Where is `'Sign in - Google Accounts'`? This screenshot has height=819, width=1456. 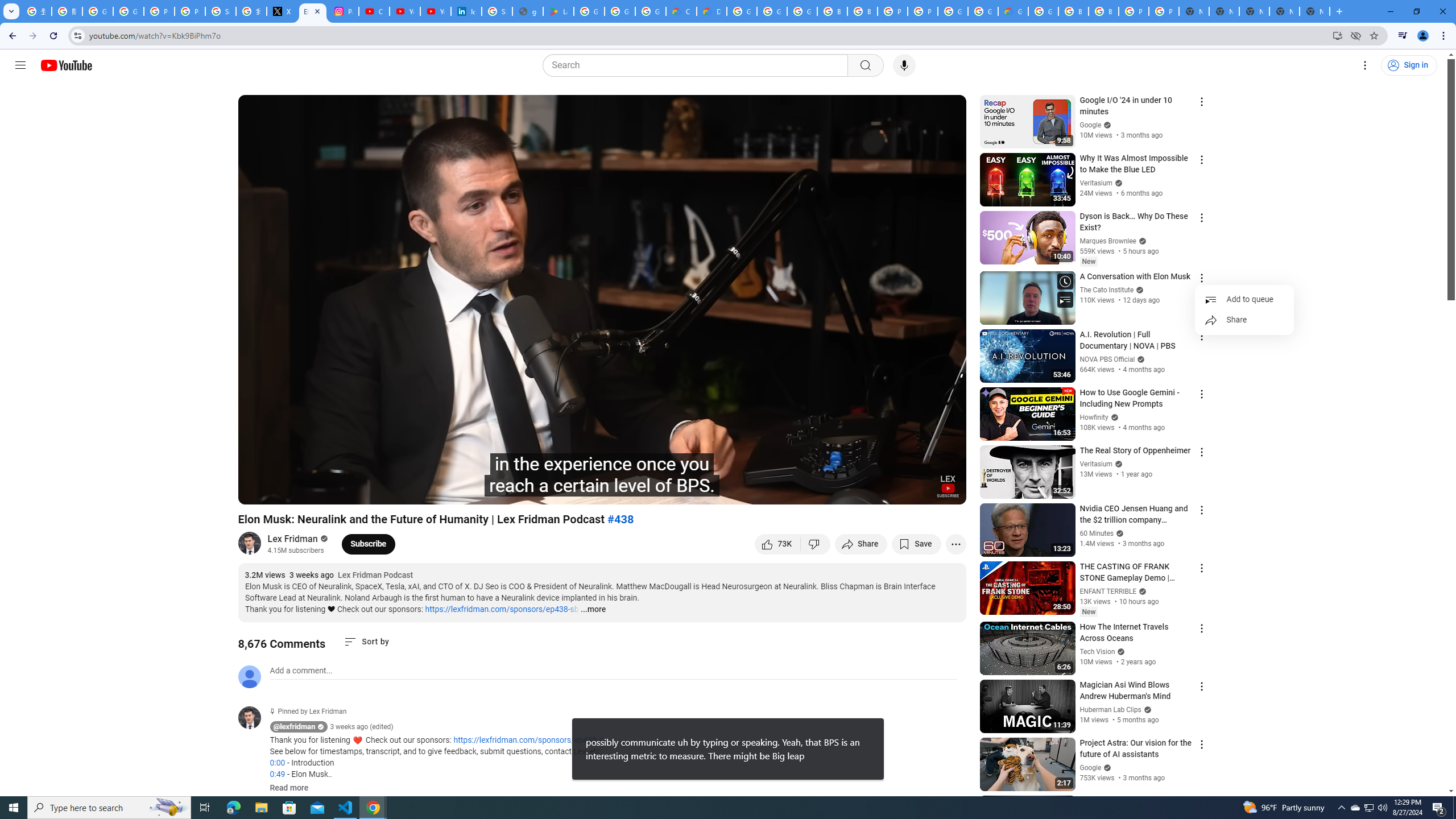 'Sign in - Google Accounts' is located at coordinates (221, 11).